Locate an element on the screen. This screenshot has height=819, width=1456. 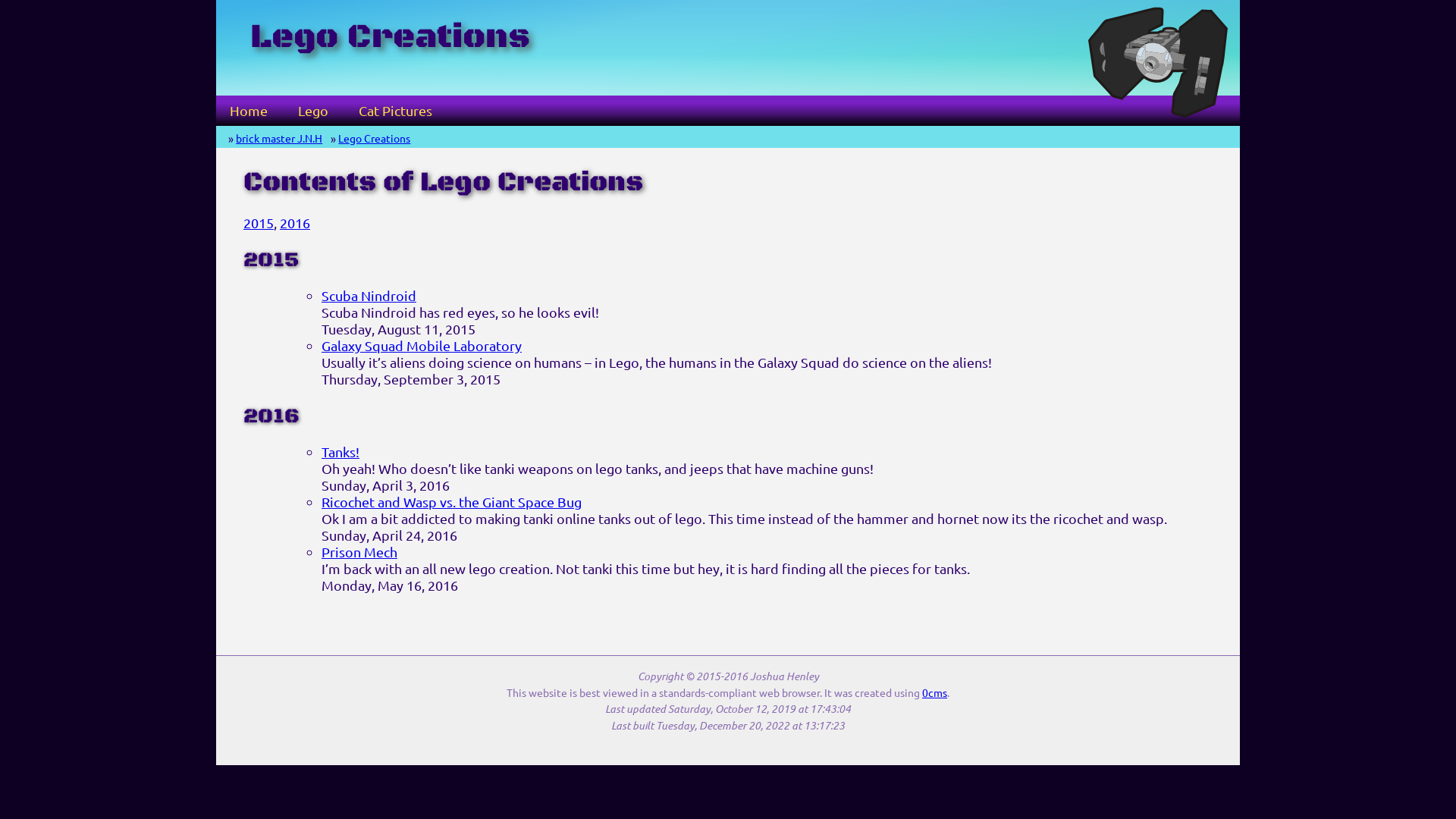
'Lego' is located at coordinates (312, 109).